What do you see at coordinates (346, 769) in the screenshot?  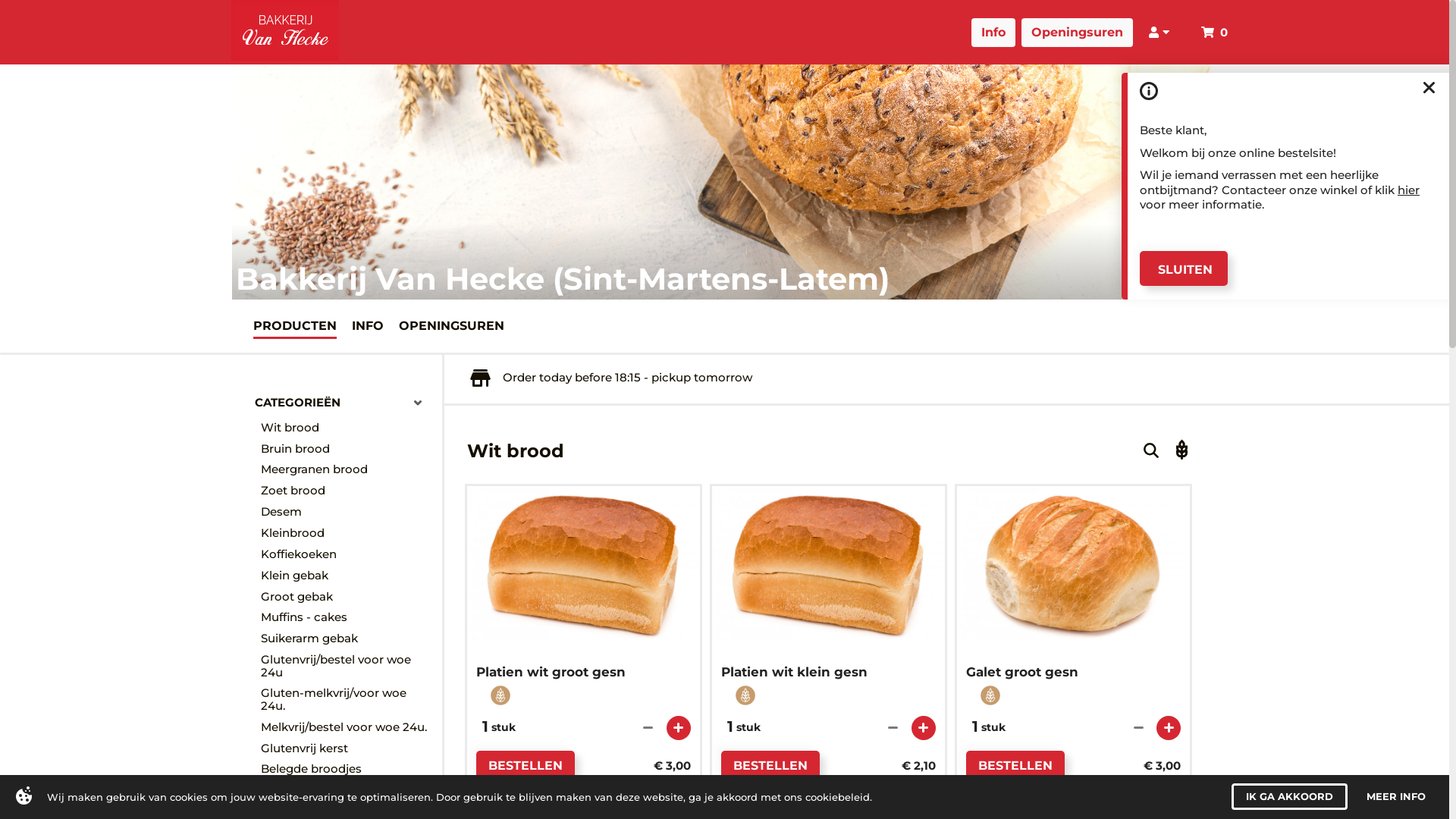 I see `'Belegde broodjes'` at bounding box center [346, 769].